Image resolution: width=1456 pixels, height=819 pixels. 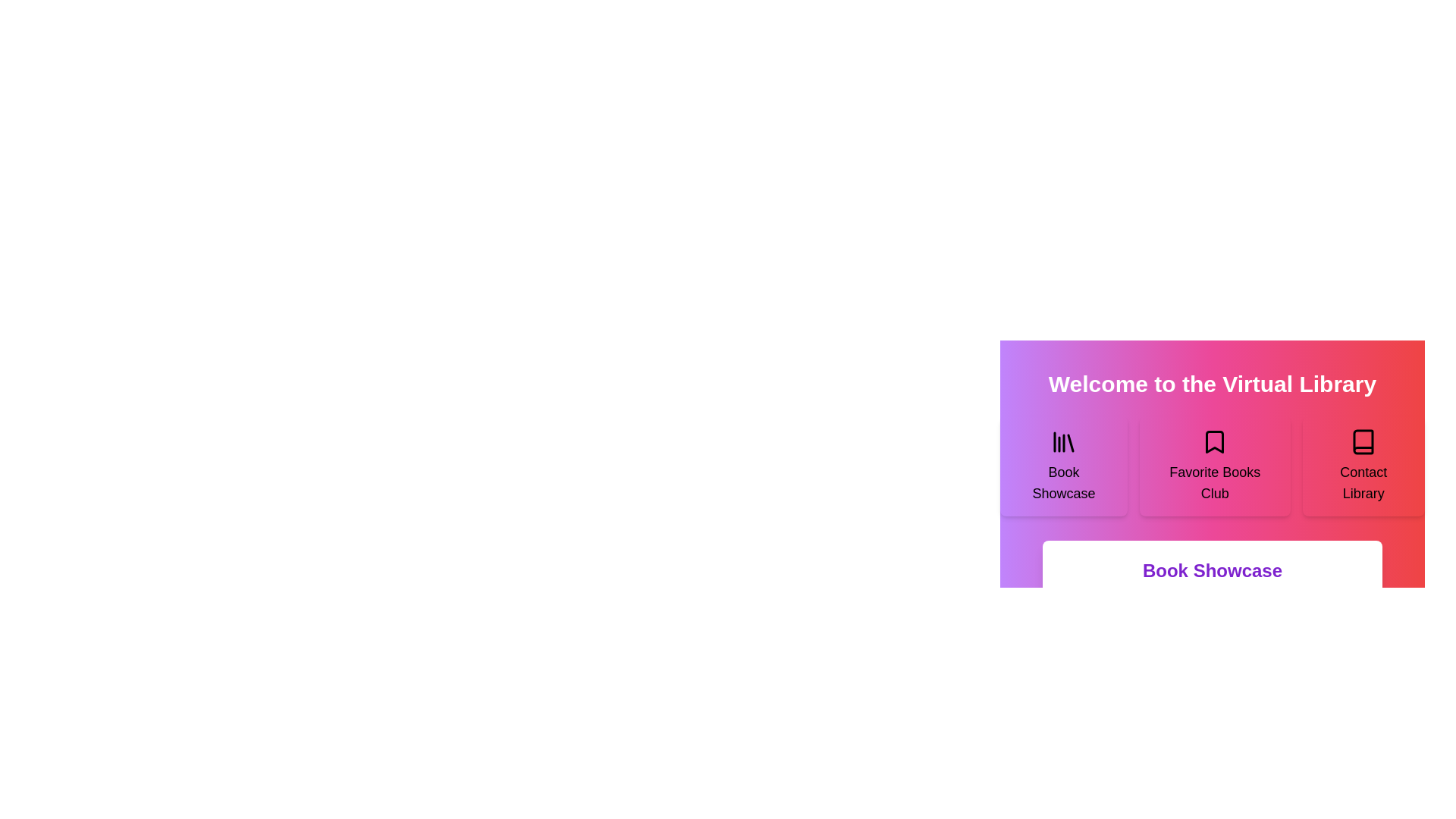 I want to click on the title text 'Welcome to the Virtual Library', so click(x=1047, y=371).